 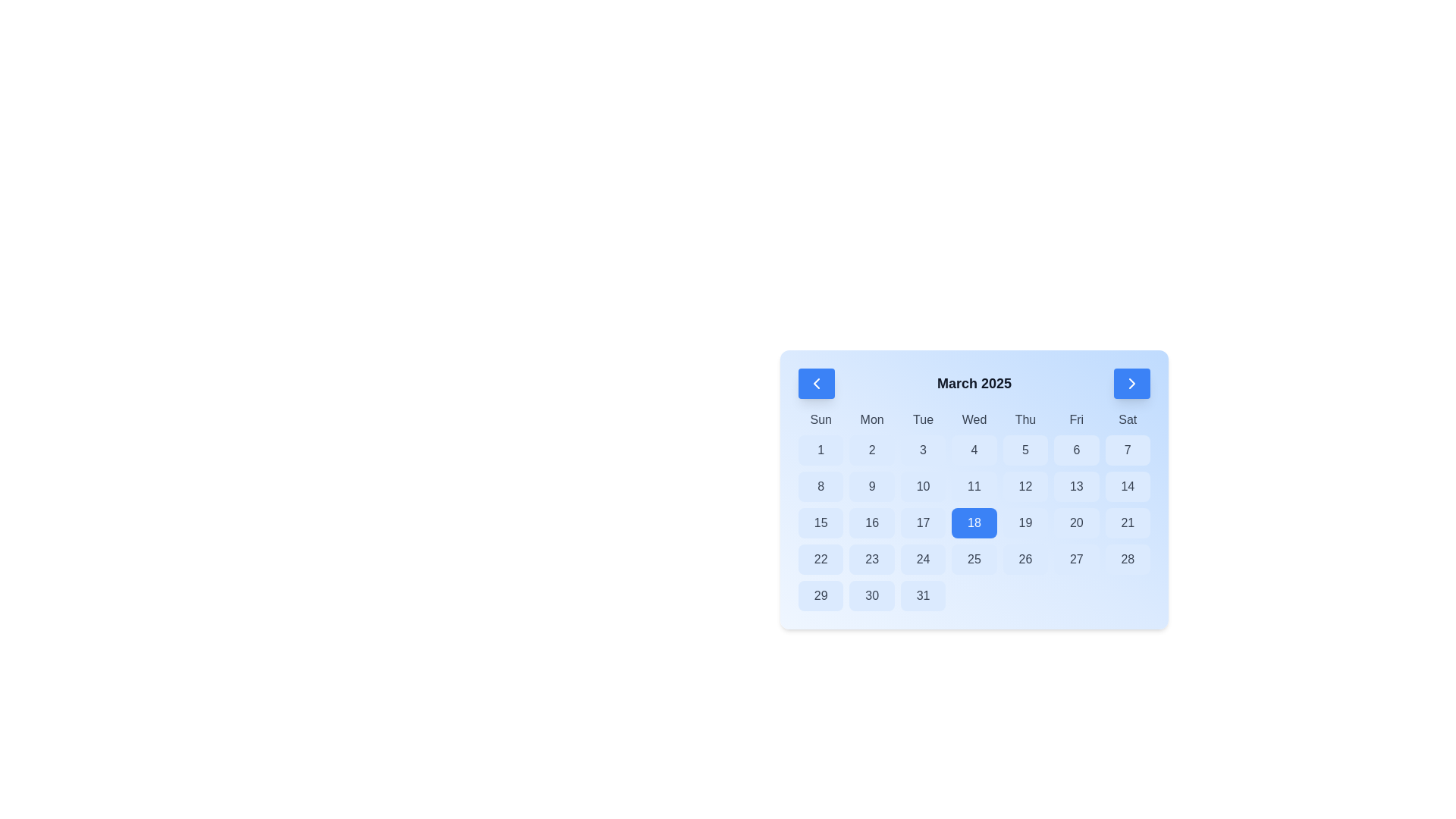 I want to click on the right-facing chevron icon within the blue square button at the top-right corner of the calendar interface, so click(x=1131, y=382).